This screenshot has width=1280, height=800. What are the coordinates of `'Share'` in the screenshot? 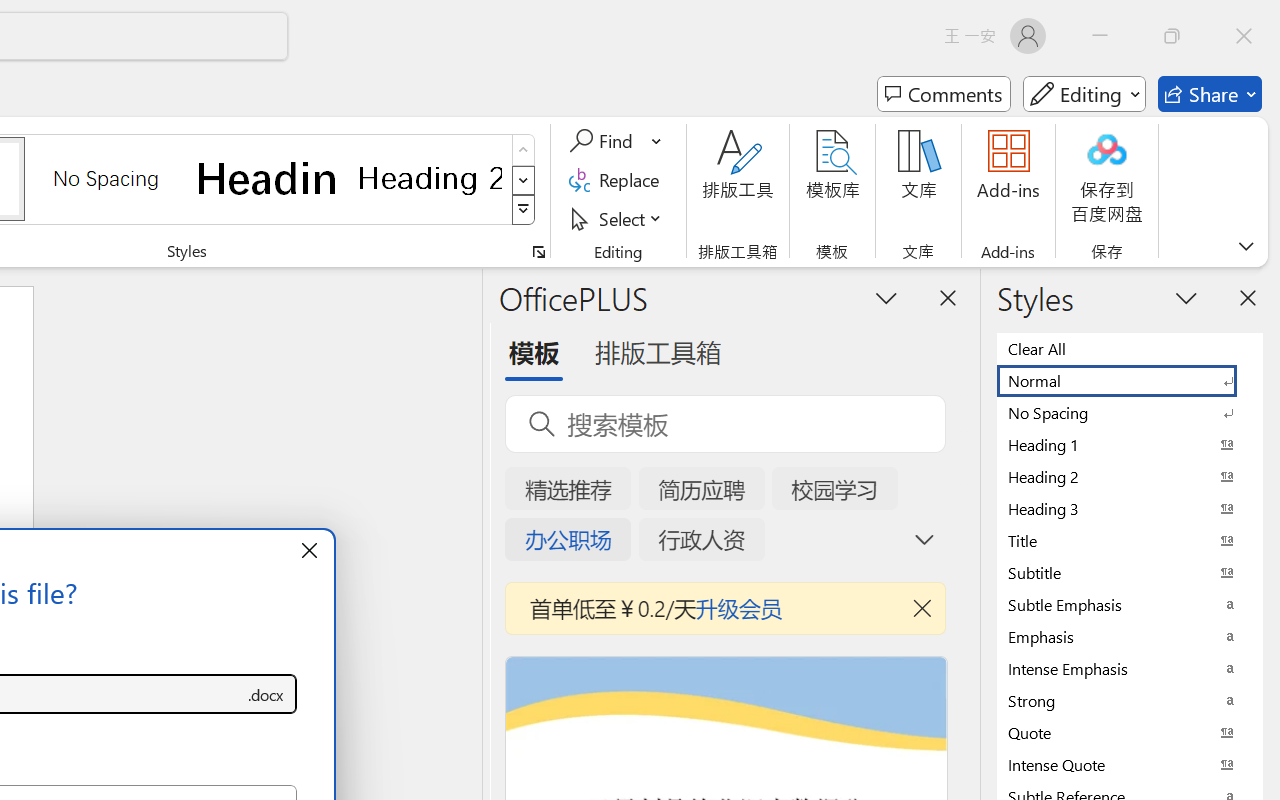 It's located at (1209, 94).